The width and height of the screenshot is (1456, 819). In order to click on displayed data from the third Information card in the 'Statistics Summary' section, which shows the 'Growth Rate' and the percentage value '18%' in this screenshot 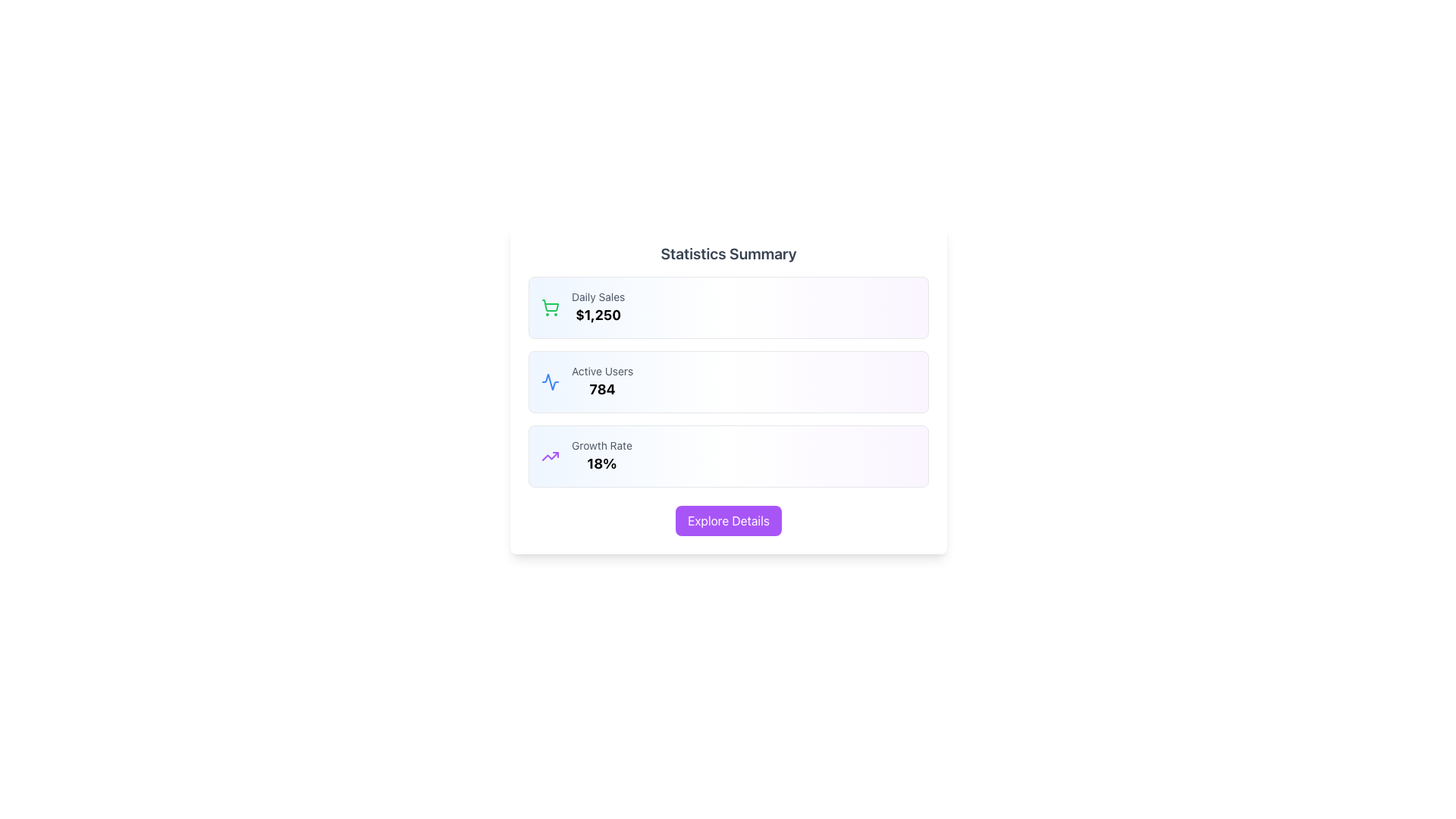, I will do `click(728, 455)`.